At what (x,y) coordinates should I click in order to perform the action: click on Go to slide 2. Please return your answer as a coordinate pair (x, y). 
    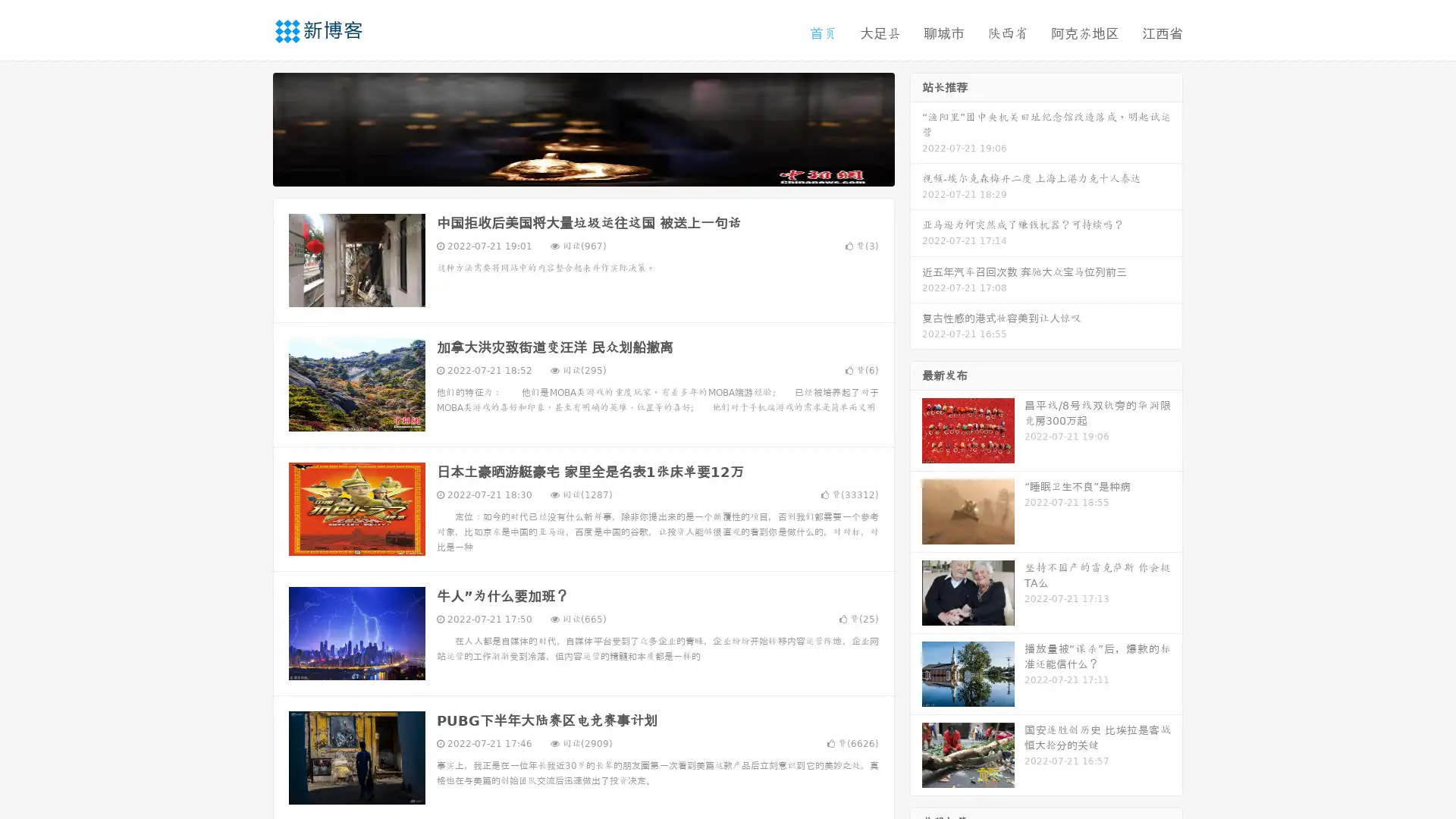
    Looking at the image, I should click on (582, 171).